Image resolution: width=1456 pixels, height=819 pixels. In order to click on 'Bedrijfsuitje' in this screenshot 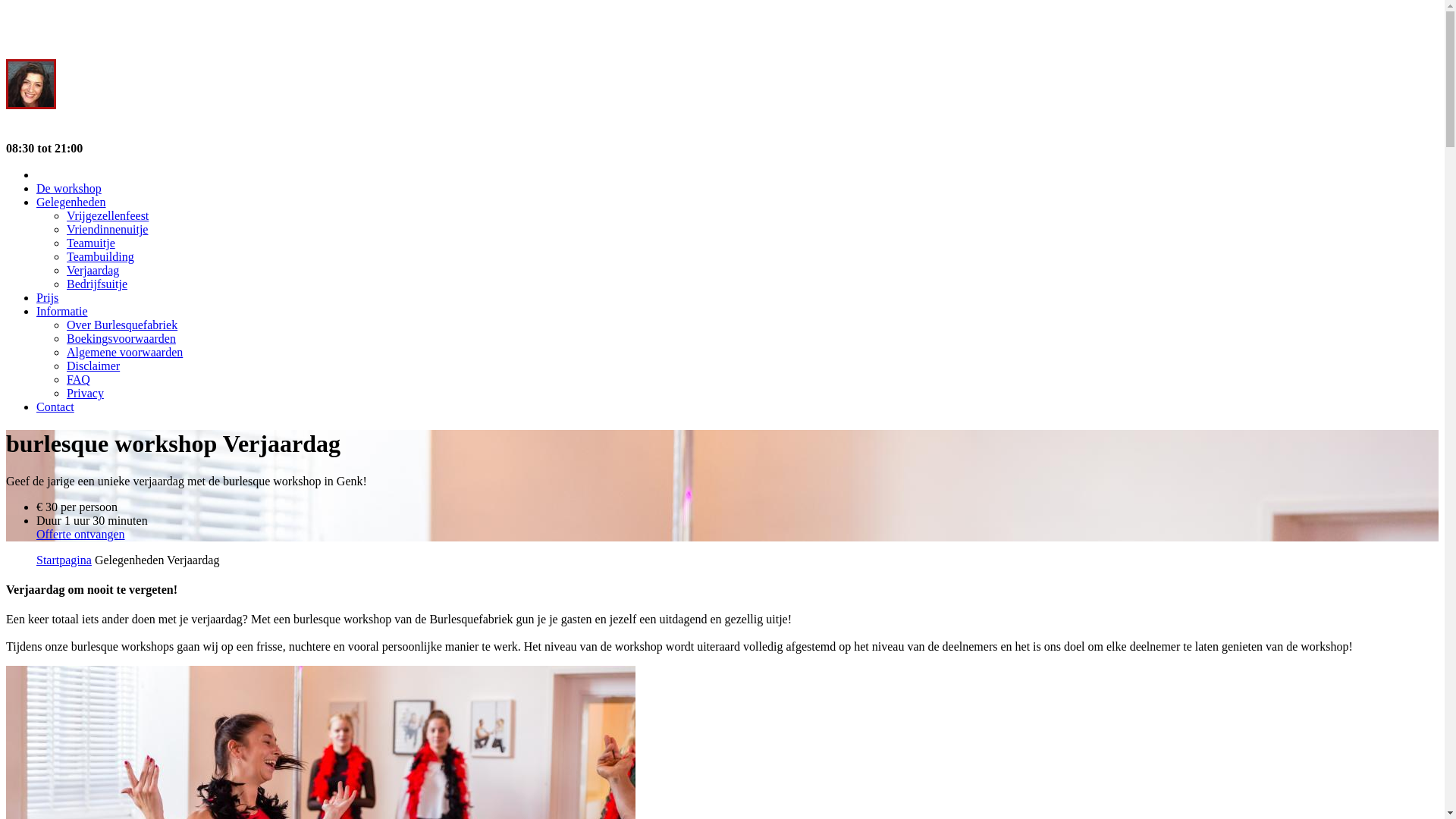, I will do `click(96, 284)`.